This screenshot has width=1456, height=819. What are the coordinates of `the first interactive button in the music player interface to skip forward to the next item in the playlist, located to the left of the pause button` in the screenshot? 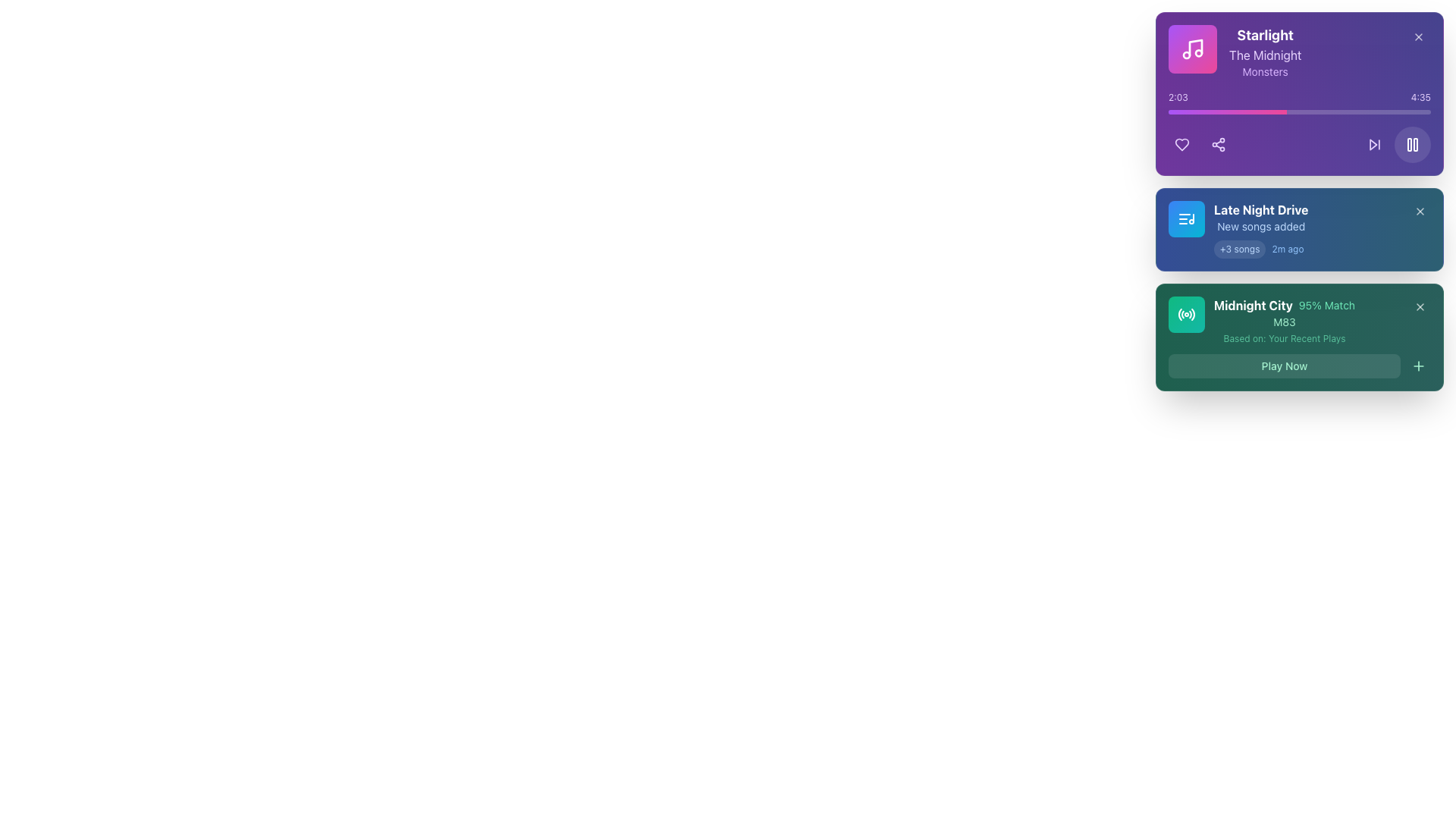 It's located at (1375, 145).